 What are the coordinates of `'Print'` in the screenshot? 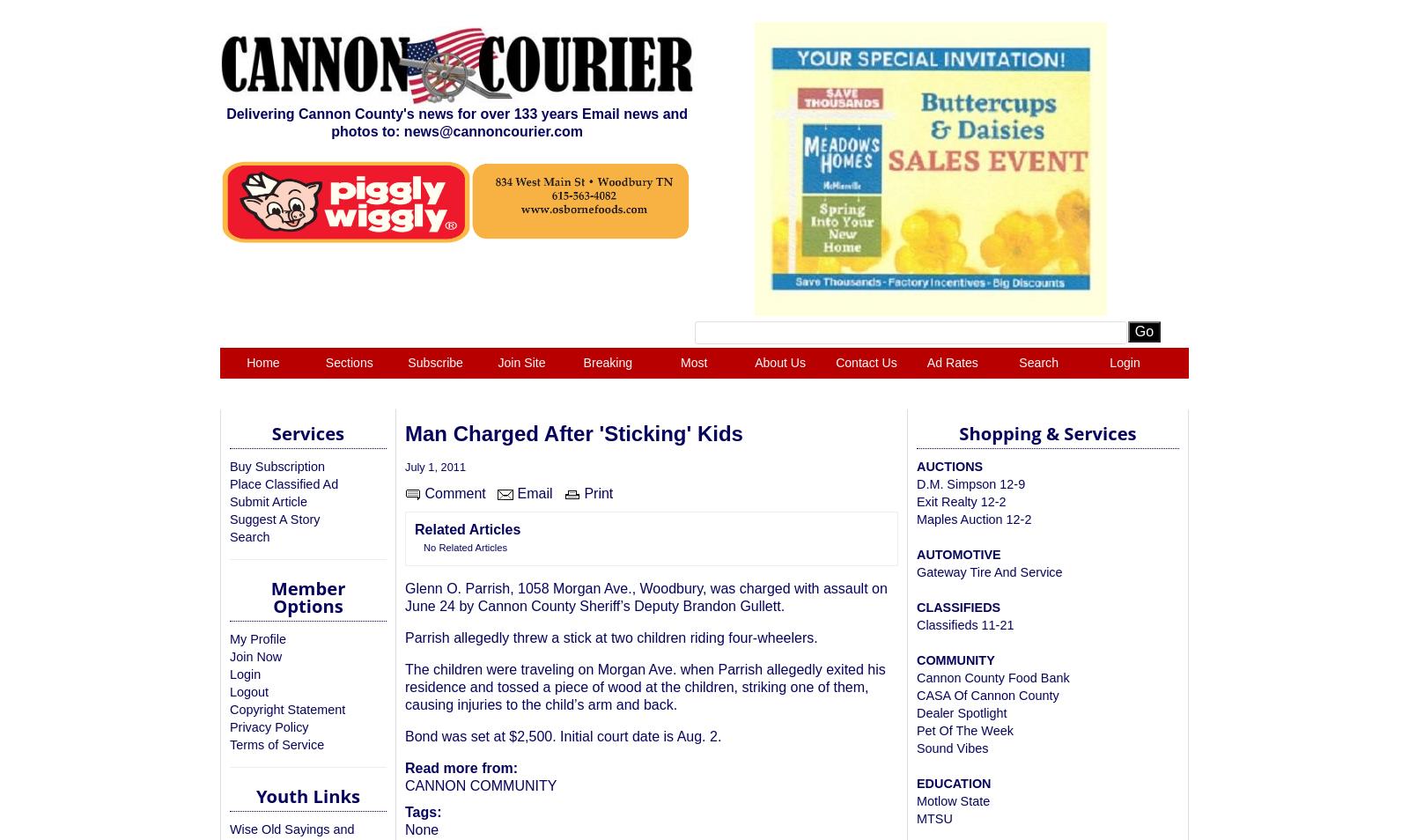 It's located at (579, 492).